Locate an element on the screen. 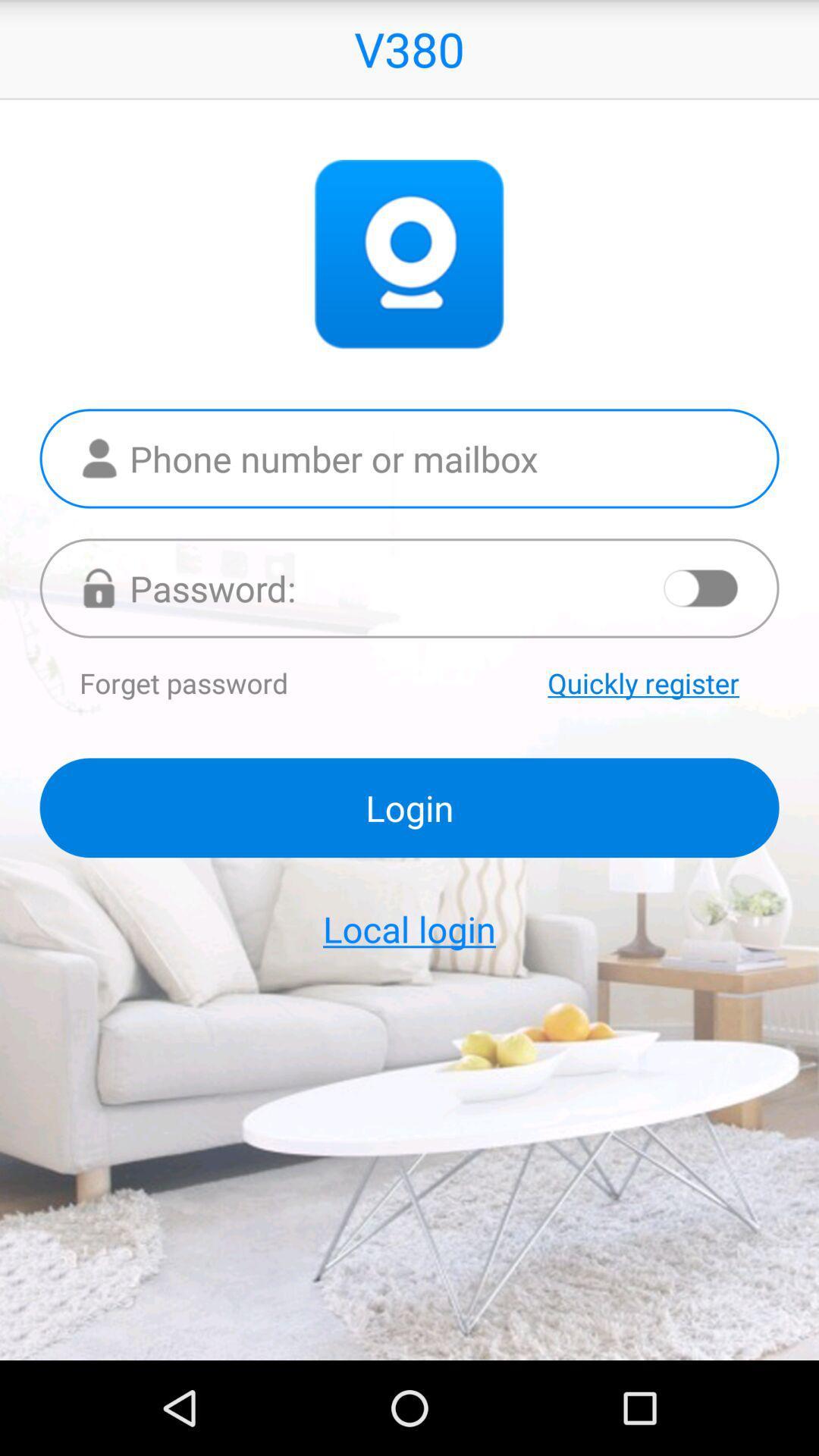  menu is located at coordinates (701, 587).